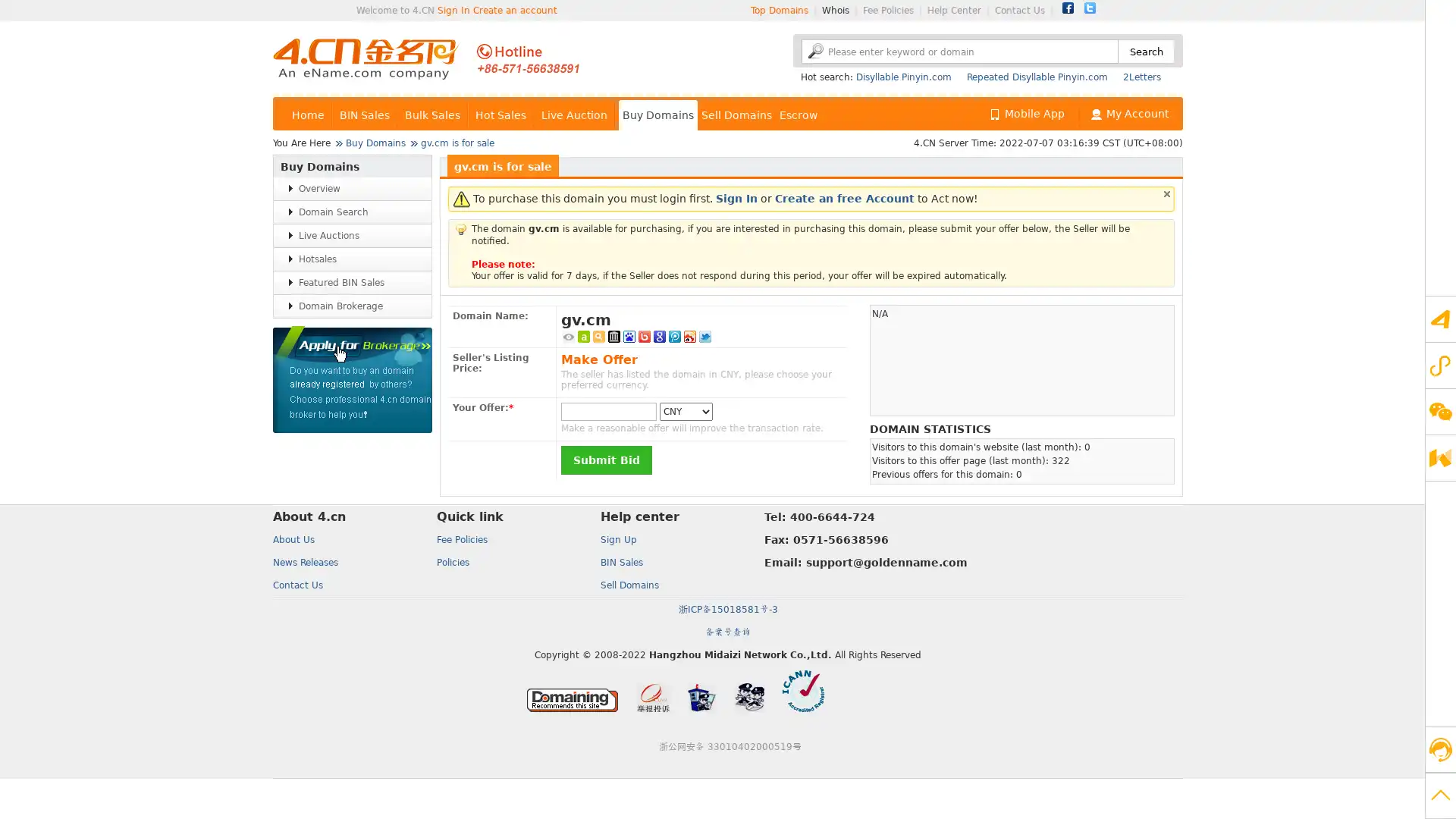 Image resolution: width=1456 pixels, height=819 pixels. Describe the element at coordinates (607, 458) in the screenshot. I see `Submit Bid` at that location.